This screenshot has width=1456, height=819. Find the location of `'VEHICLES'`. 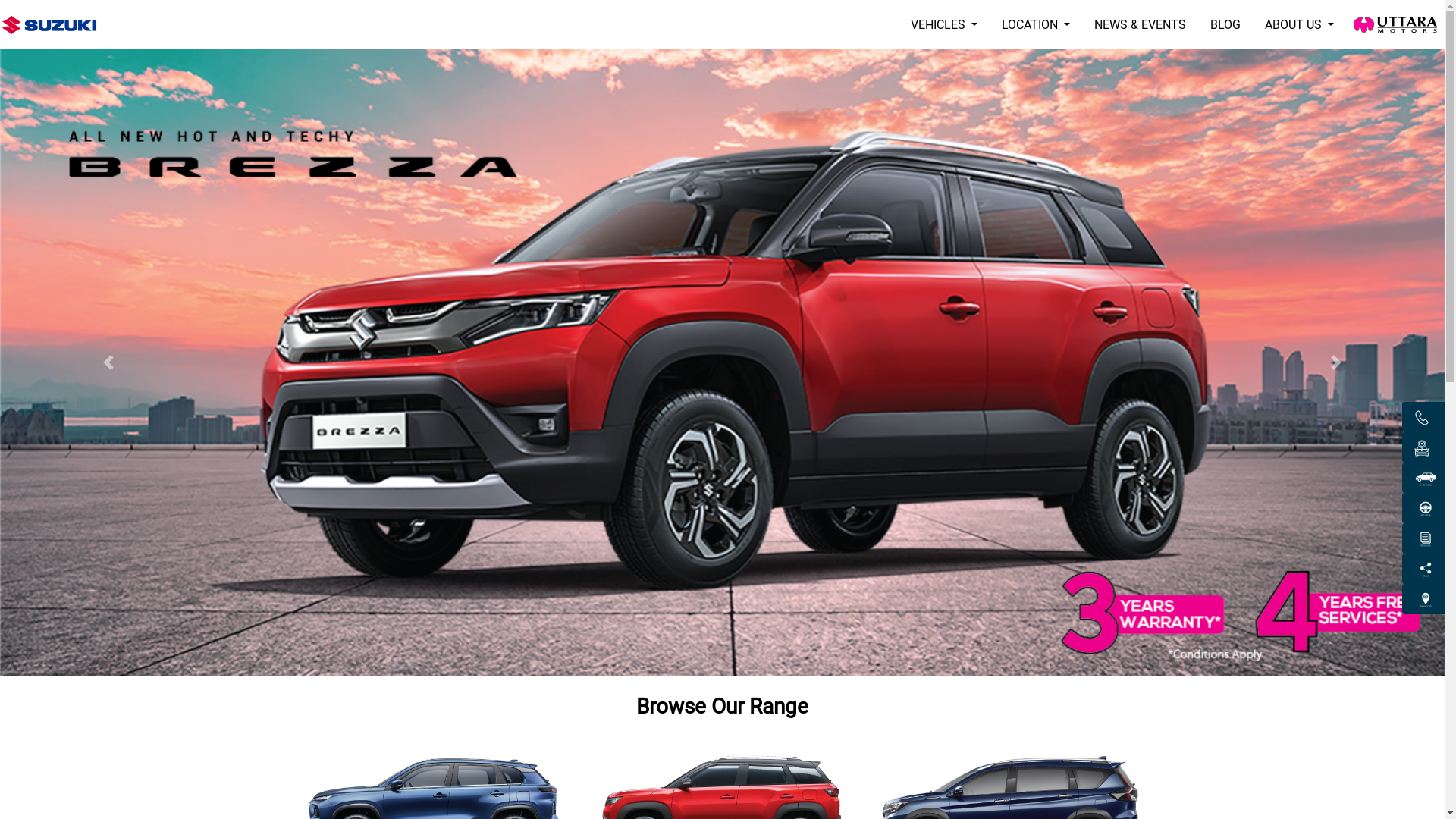

'VEHICLES' is located at coordinates (899, 25).